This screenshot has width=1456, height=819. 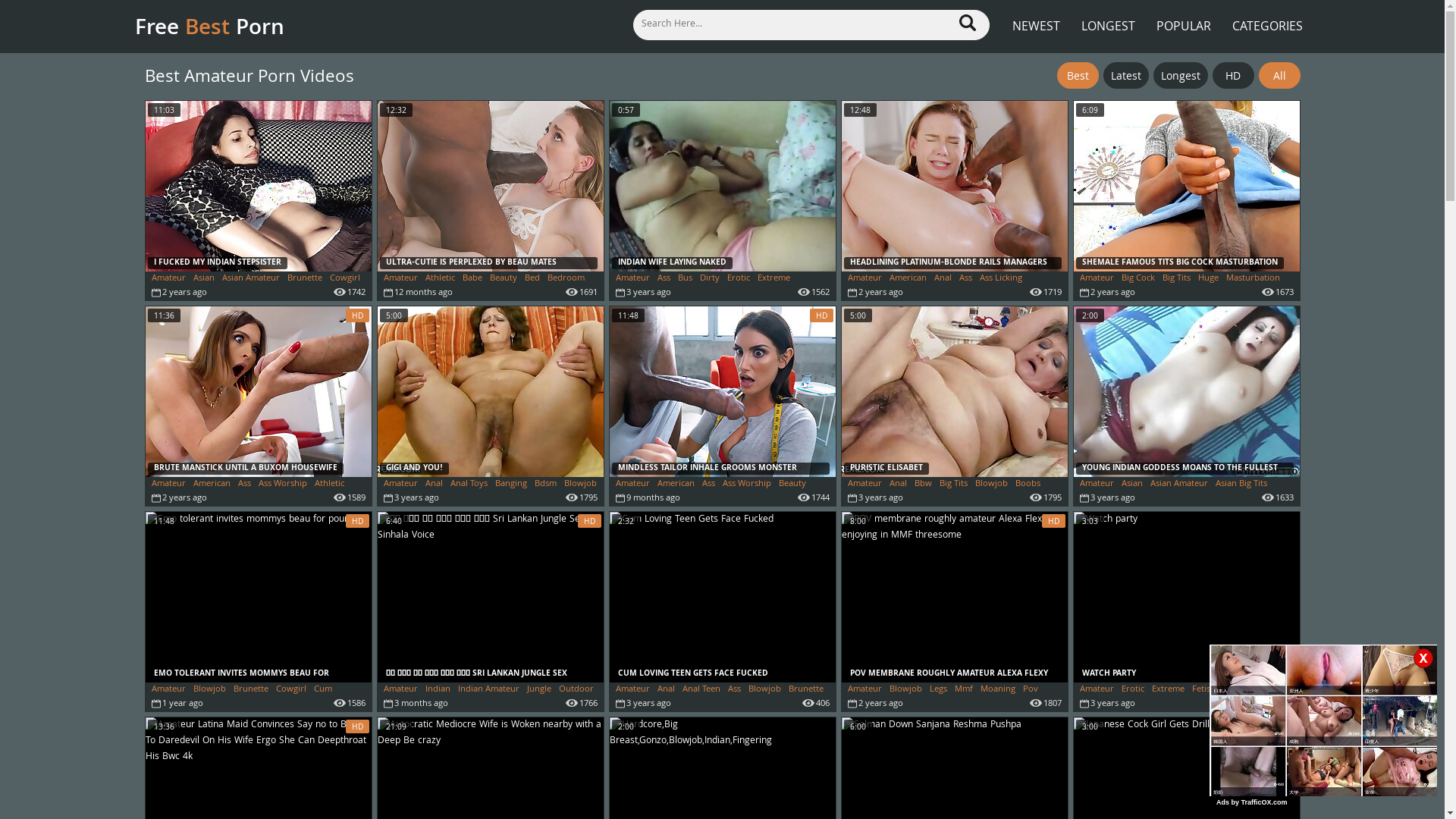 What do you see at coordinates (258, 185) in the screenshot?
I see `'I FUCKED MY INDIAN STEPSISTER'` at bounding box center [258, 185].